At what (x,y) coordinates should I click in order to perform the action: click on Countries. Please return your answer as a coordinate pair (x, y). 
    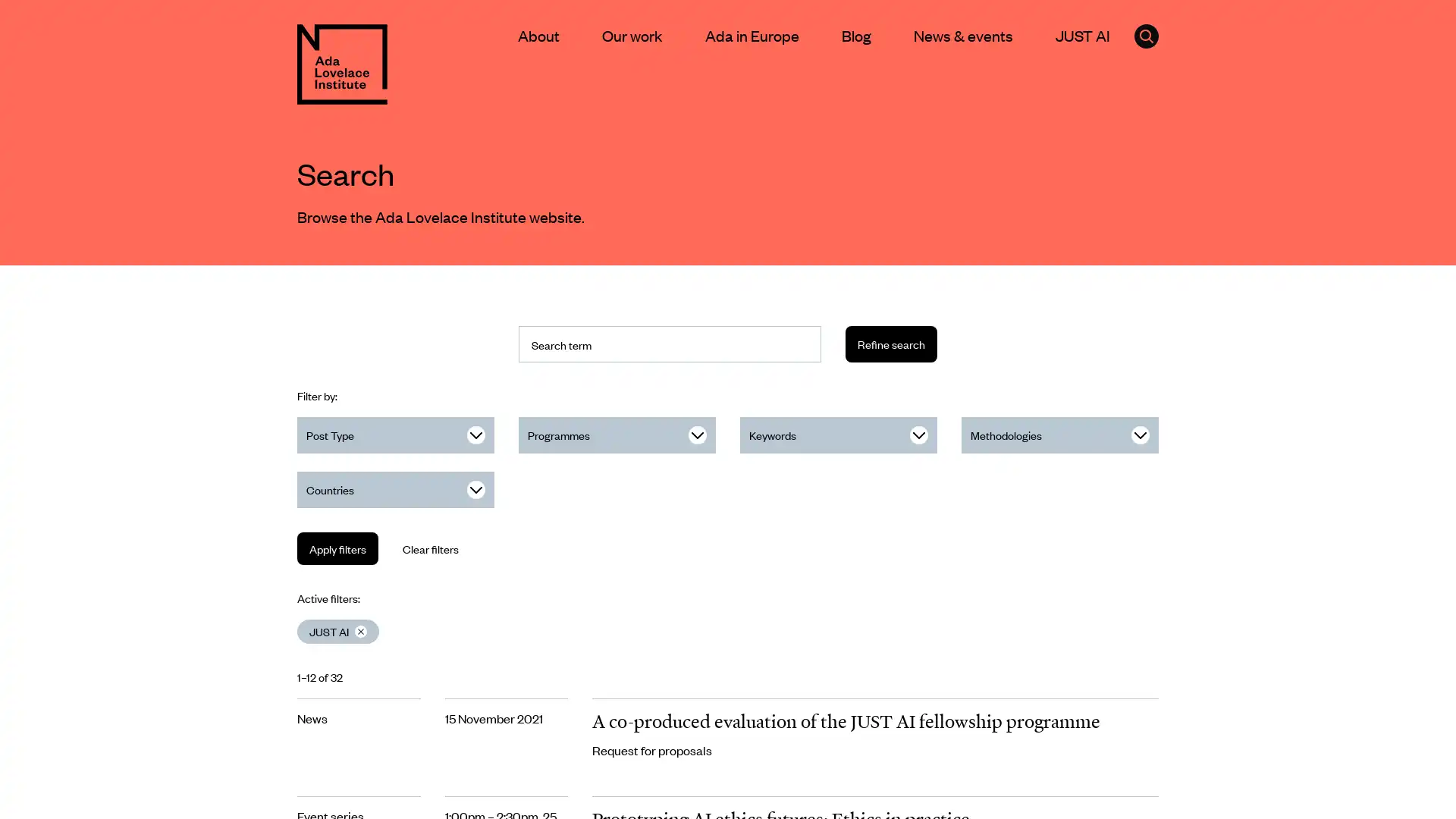
    Looking at the image, I should click on (396, 489).